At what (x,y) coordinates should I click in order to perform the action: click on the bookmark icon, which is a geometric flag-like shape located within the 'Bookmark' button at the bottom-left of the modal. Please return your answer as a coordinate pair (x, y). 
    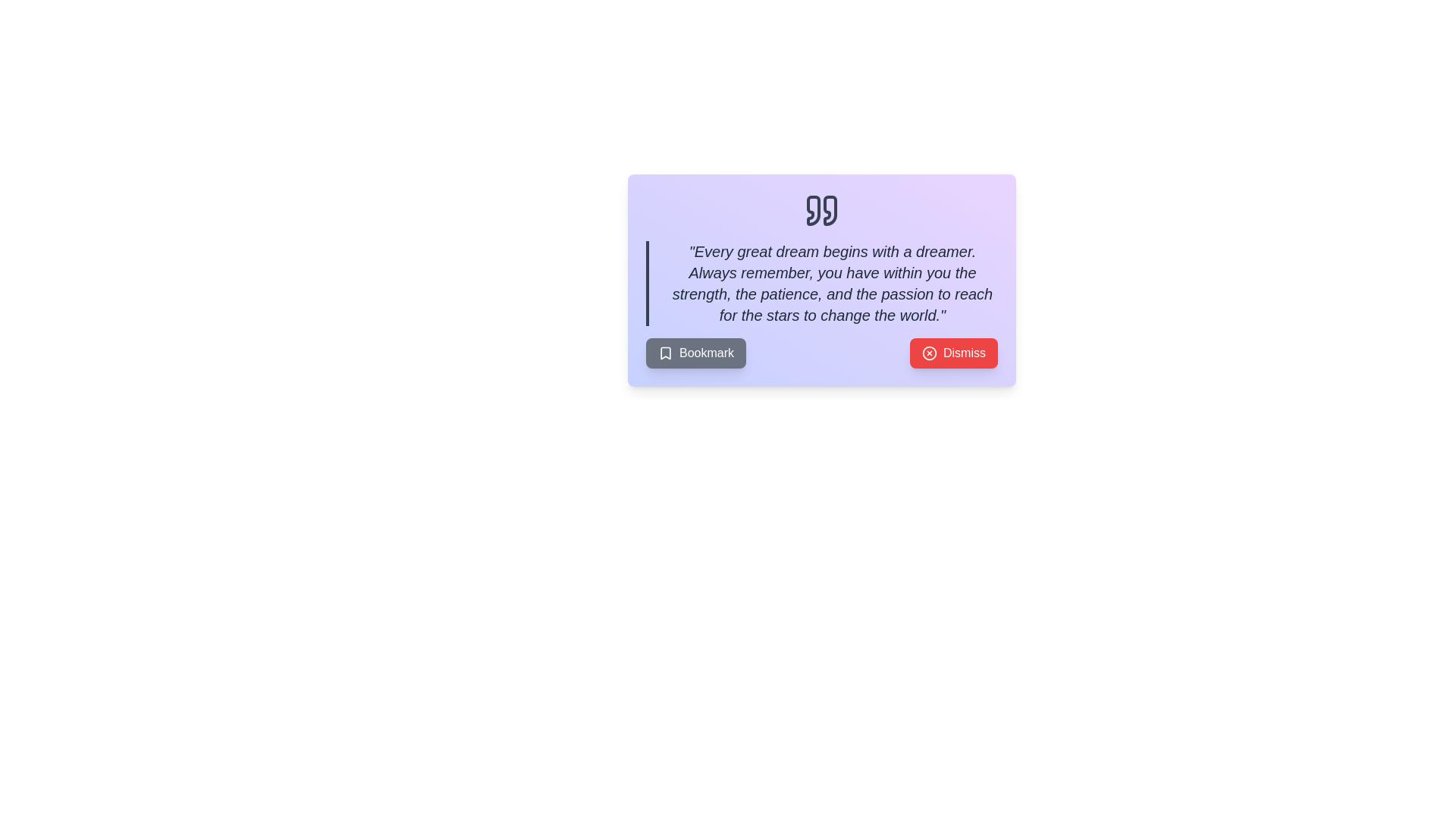
    Looking at the image, I should click on (666, 353).